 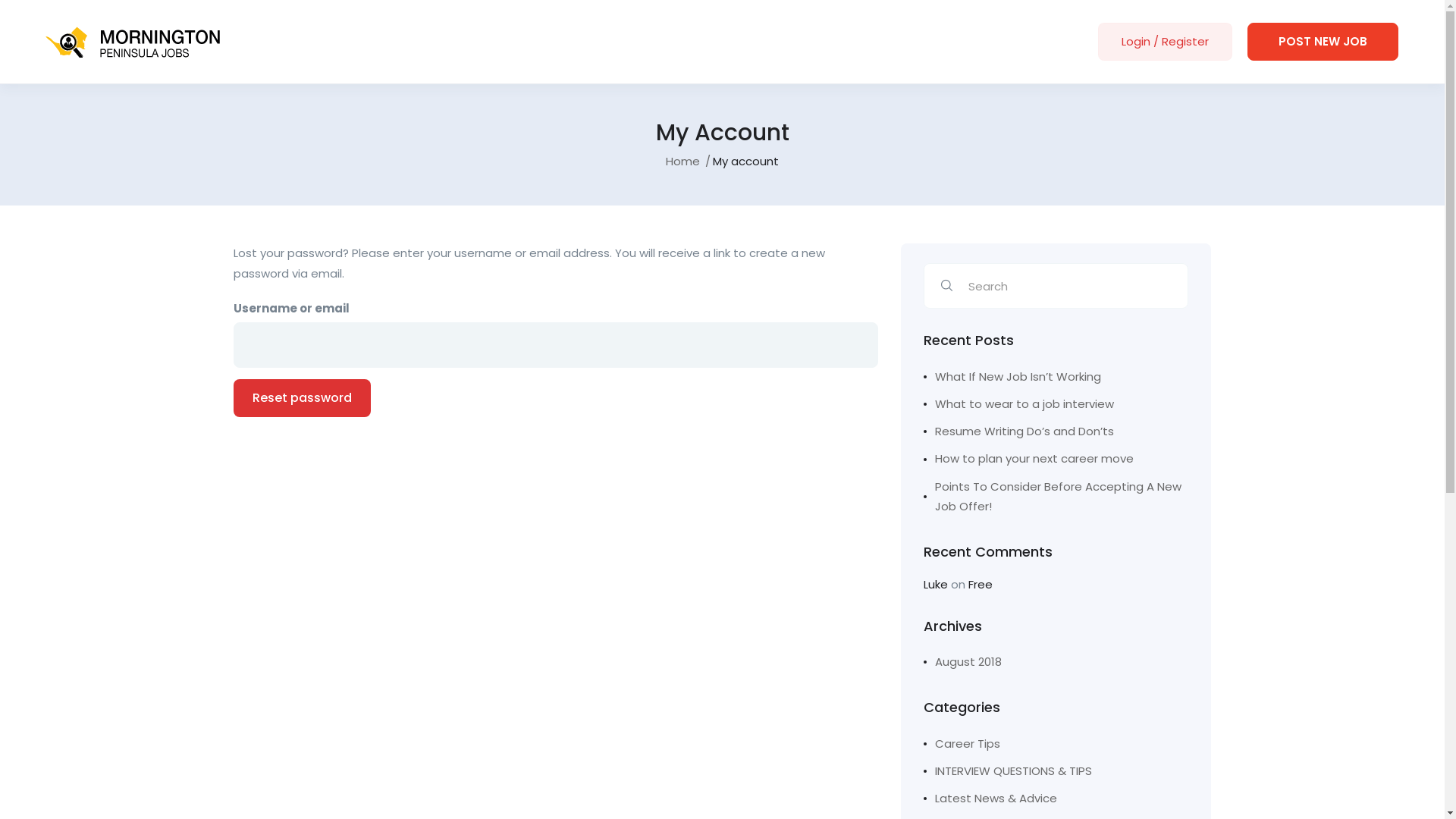 What do you see at coordinates (1008, 771) in the screenshot?
I see `'INTERVIEW QUESTIONS & TIPS'` at bounding box center [1008, 771].